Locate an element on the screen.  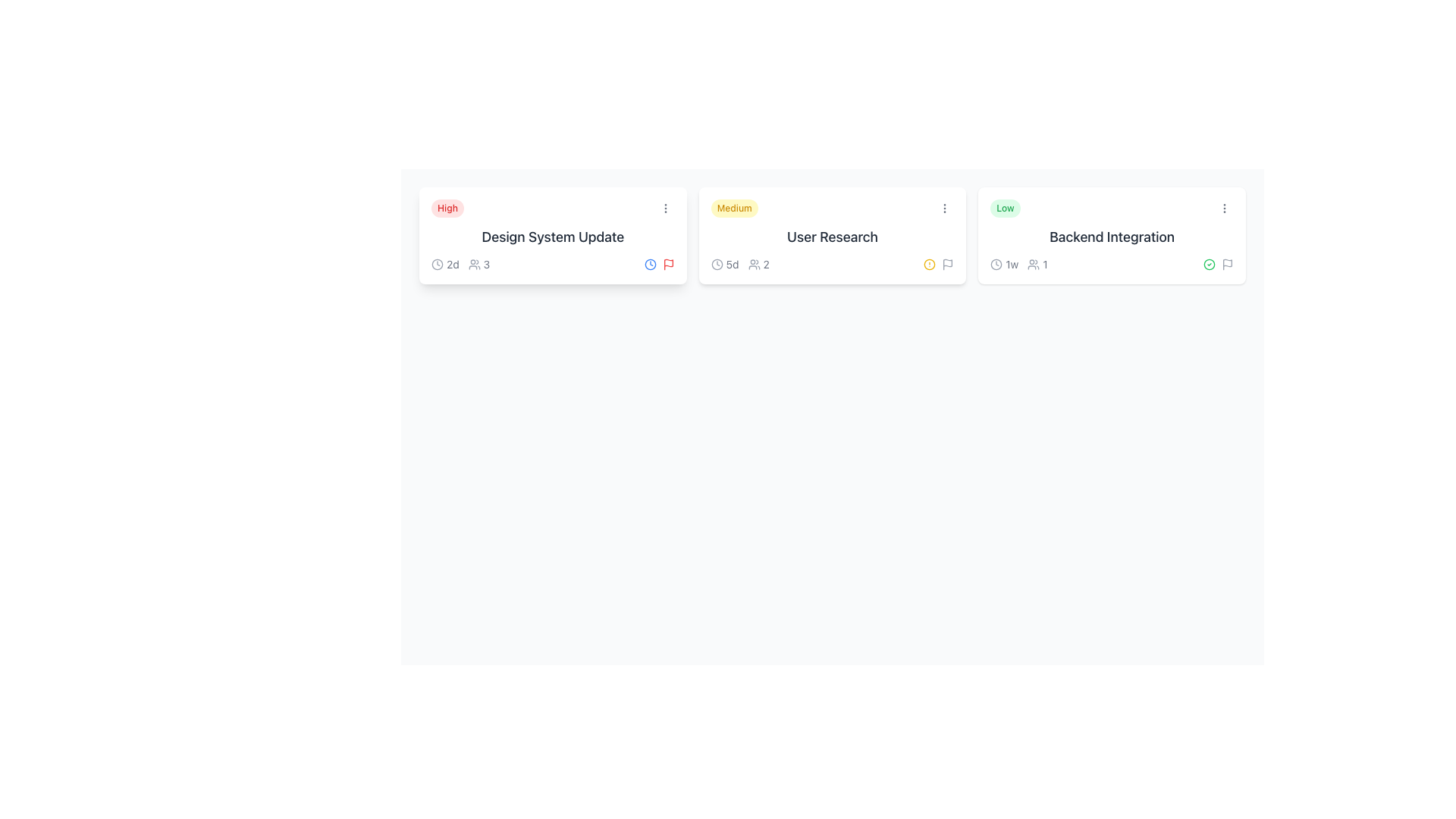
the static text label displaying '5d', which is styled with a small font size and gray coloring, located adjacent to a clock icon within the 'User Research' card is located at coordinates (733, 263).